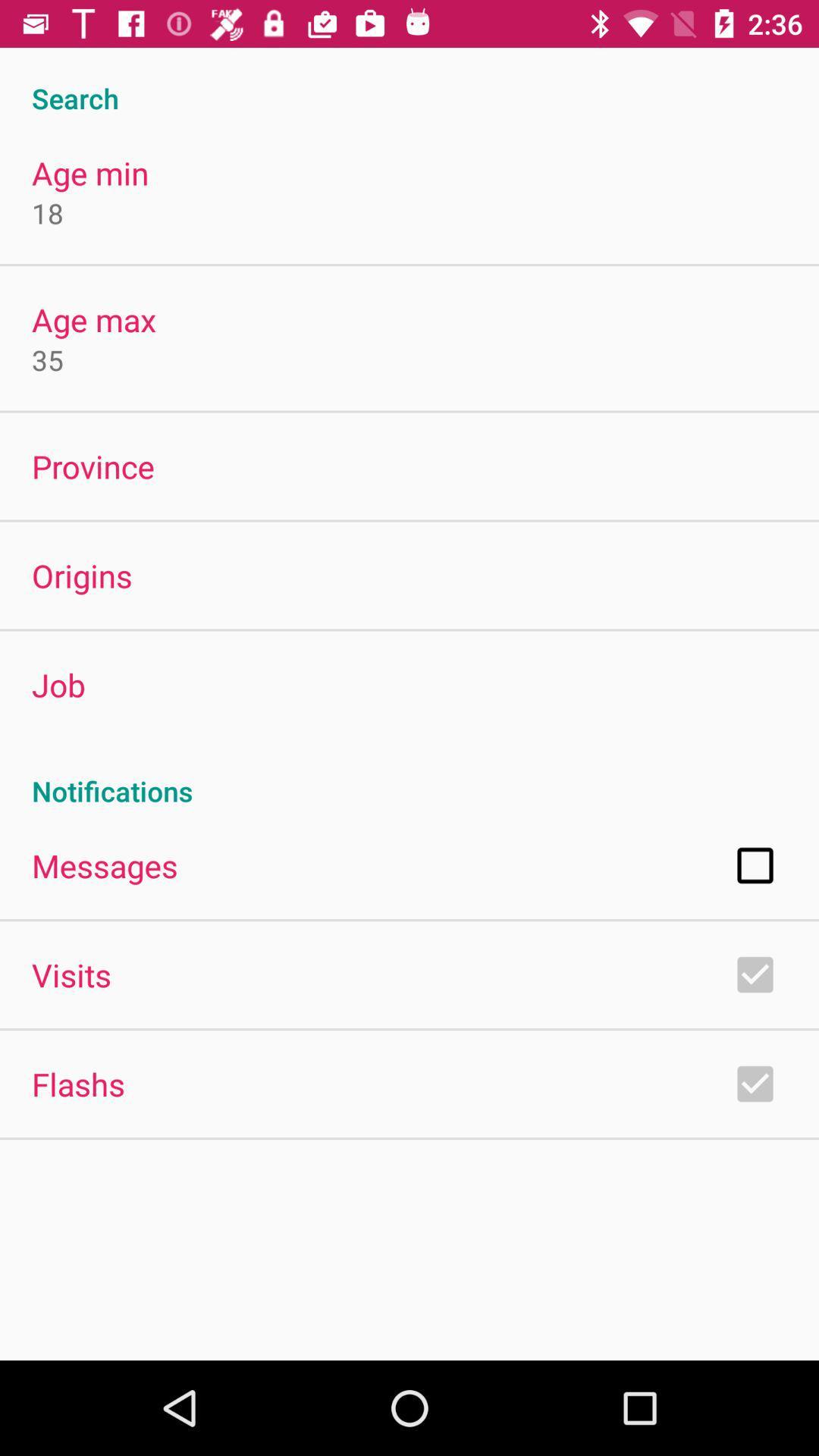  What do you see at coordinates (94, 318) in the screenshot?
I see `age max app` at bounding box center [94, 318].